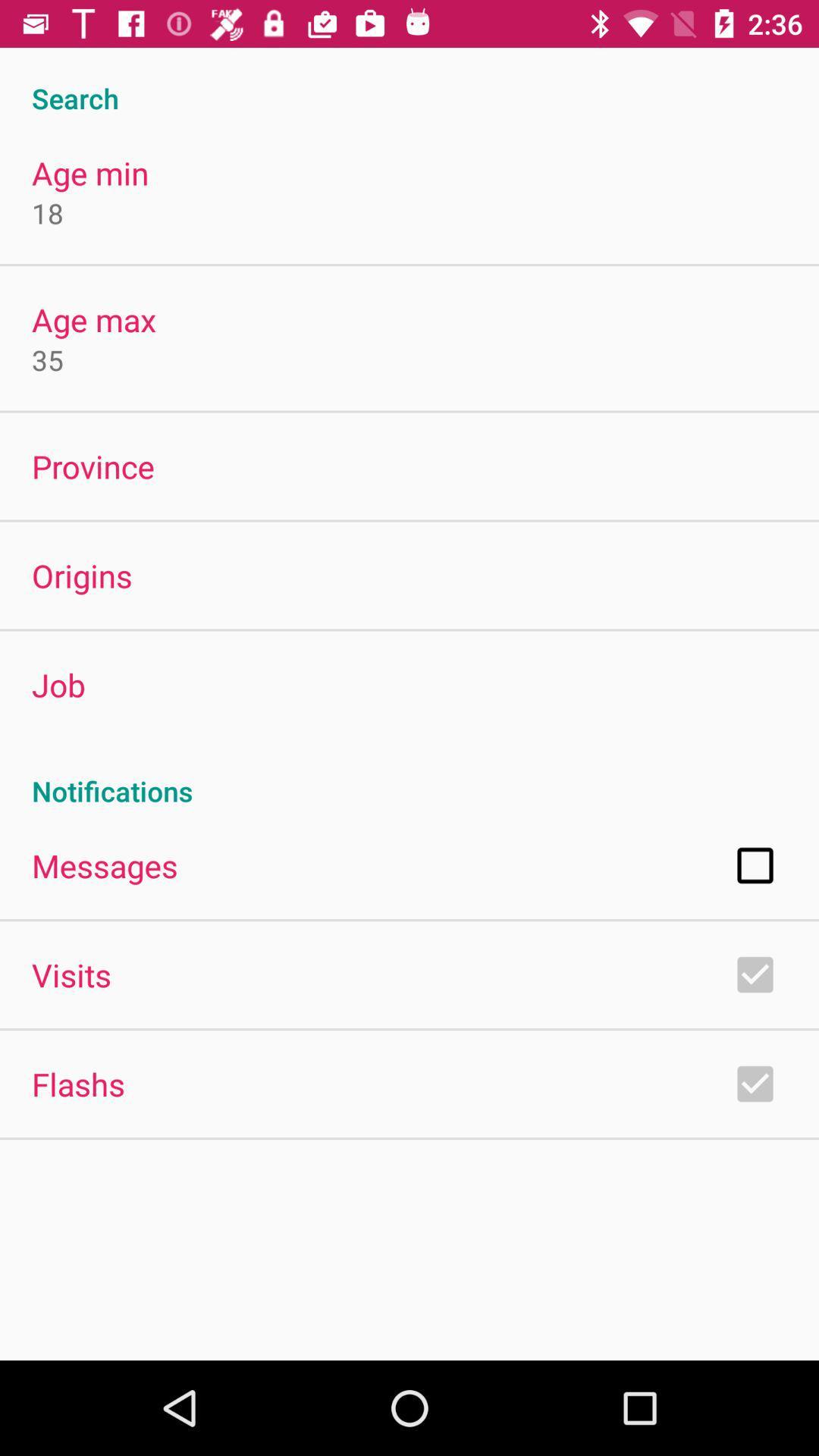  What do you see at coordinates (94, 318) in the screenshot?
I see `age max app` at bounding box center [94, 318].